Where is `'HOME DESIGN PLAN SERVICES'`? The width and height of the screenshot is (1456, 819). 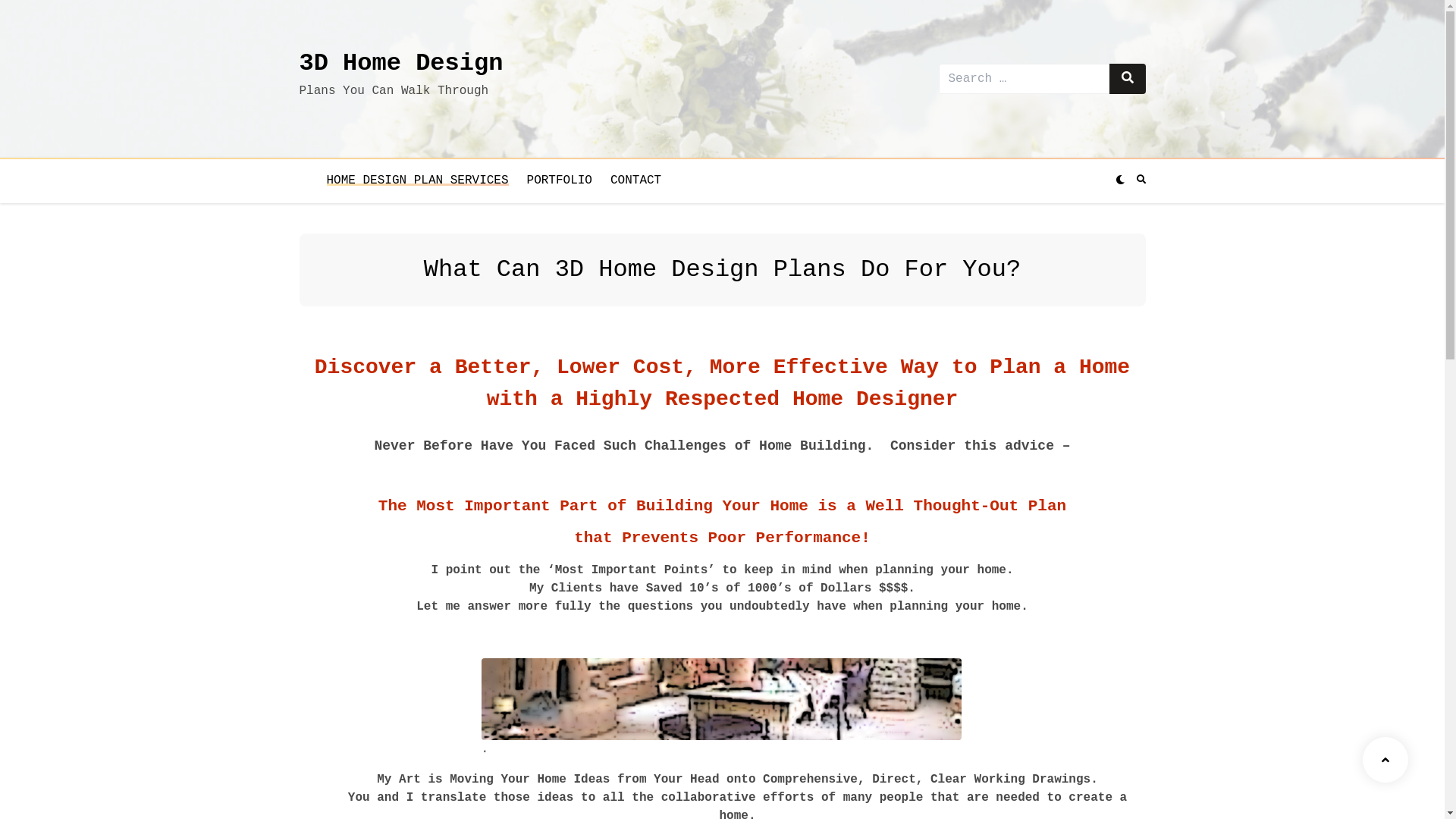 'HOME DESIGN PLAN SERVICES' is located at coordinates (417, 180).